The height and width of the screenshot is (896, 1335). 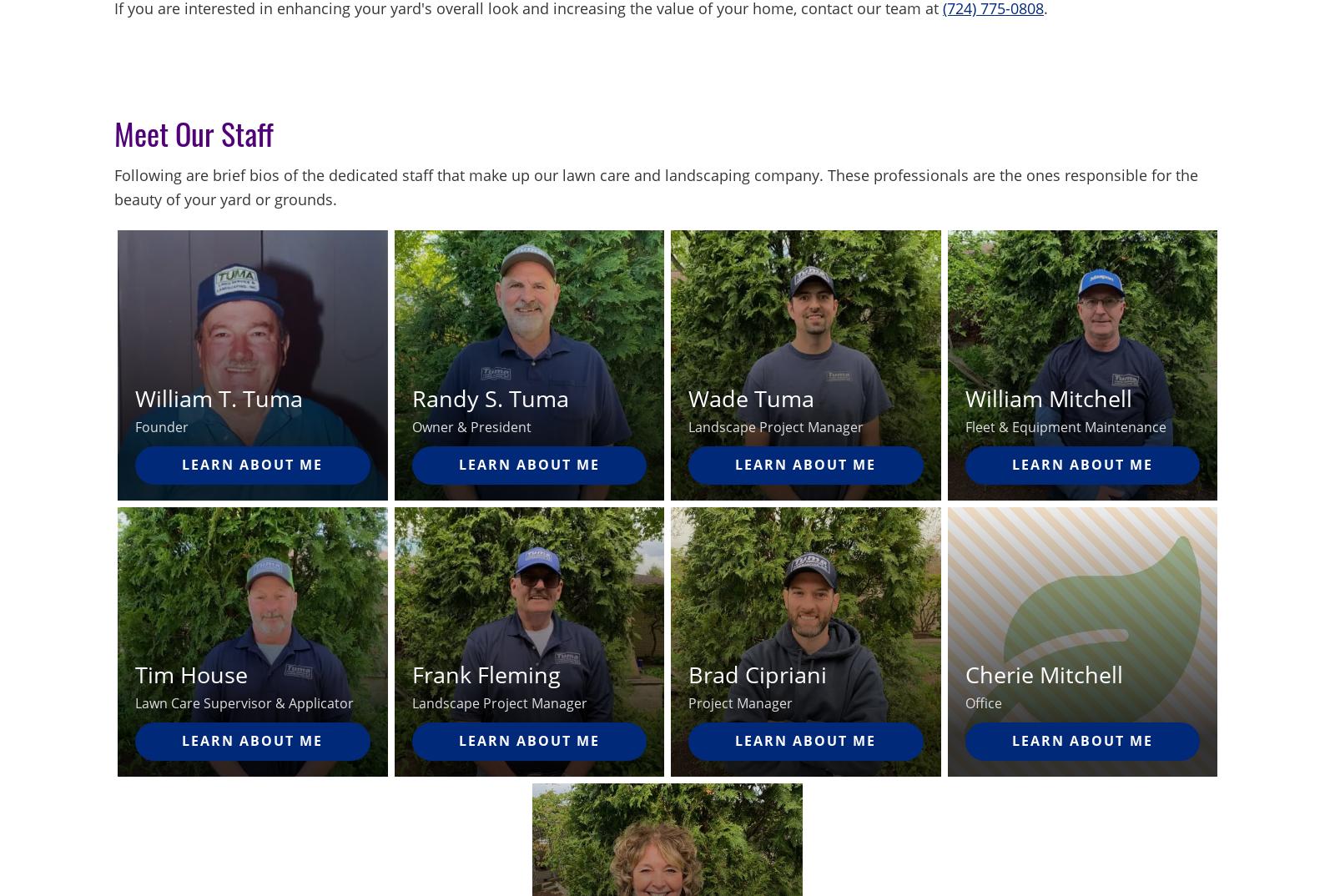 I want to click on 'Following are brief bios of the dedicated staff that make up our lawn care and landscaping company. These professionals are the ones responsible for the beauty of your yard or grounds.', so click(x=656, y=186).